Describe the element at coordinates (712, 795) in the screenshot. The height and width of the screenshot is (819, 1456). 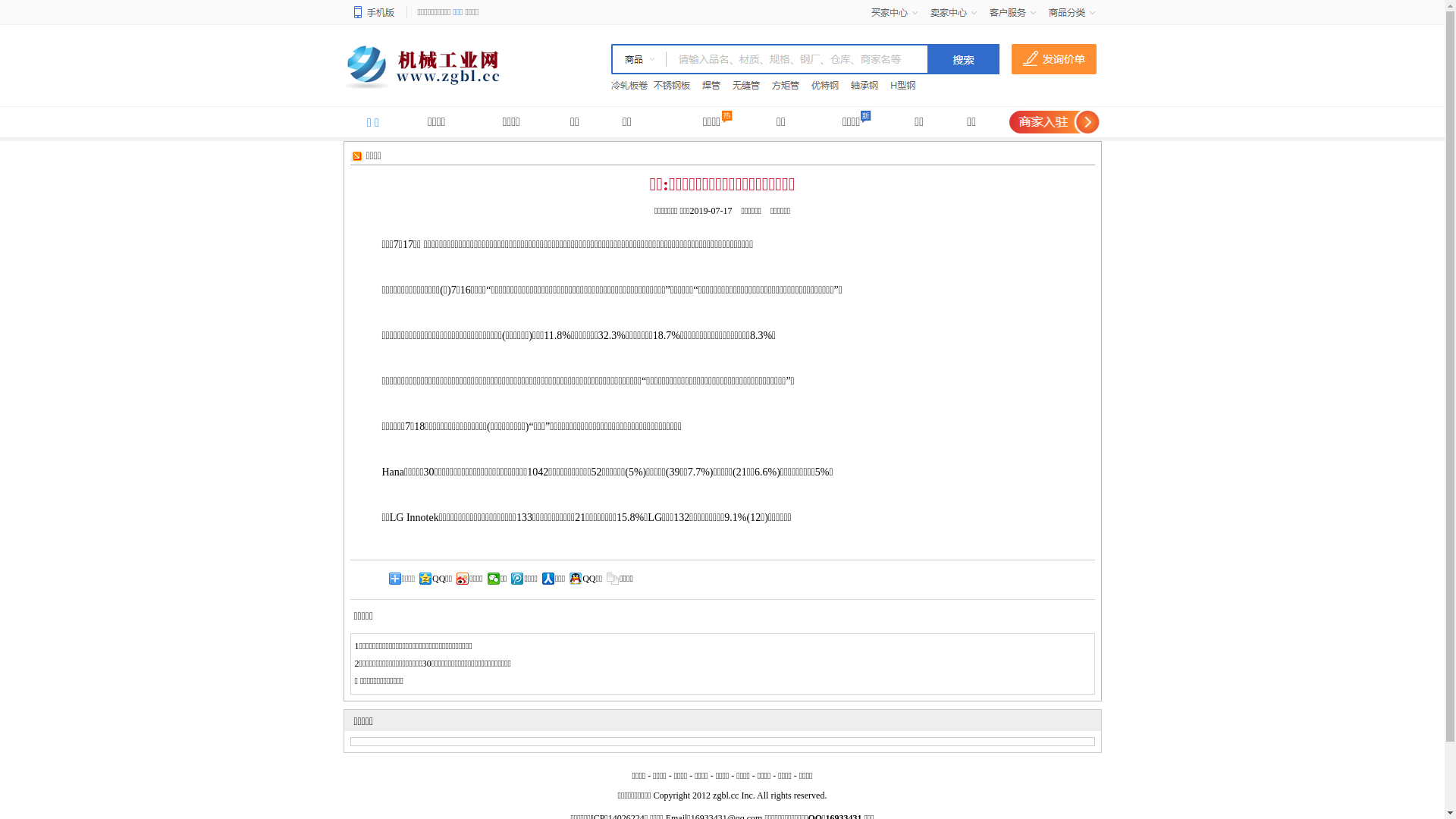
I see `'zgbl.cc'` at that location.